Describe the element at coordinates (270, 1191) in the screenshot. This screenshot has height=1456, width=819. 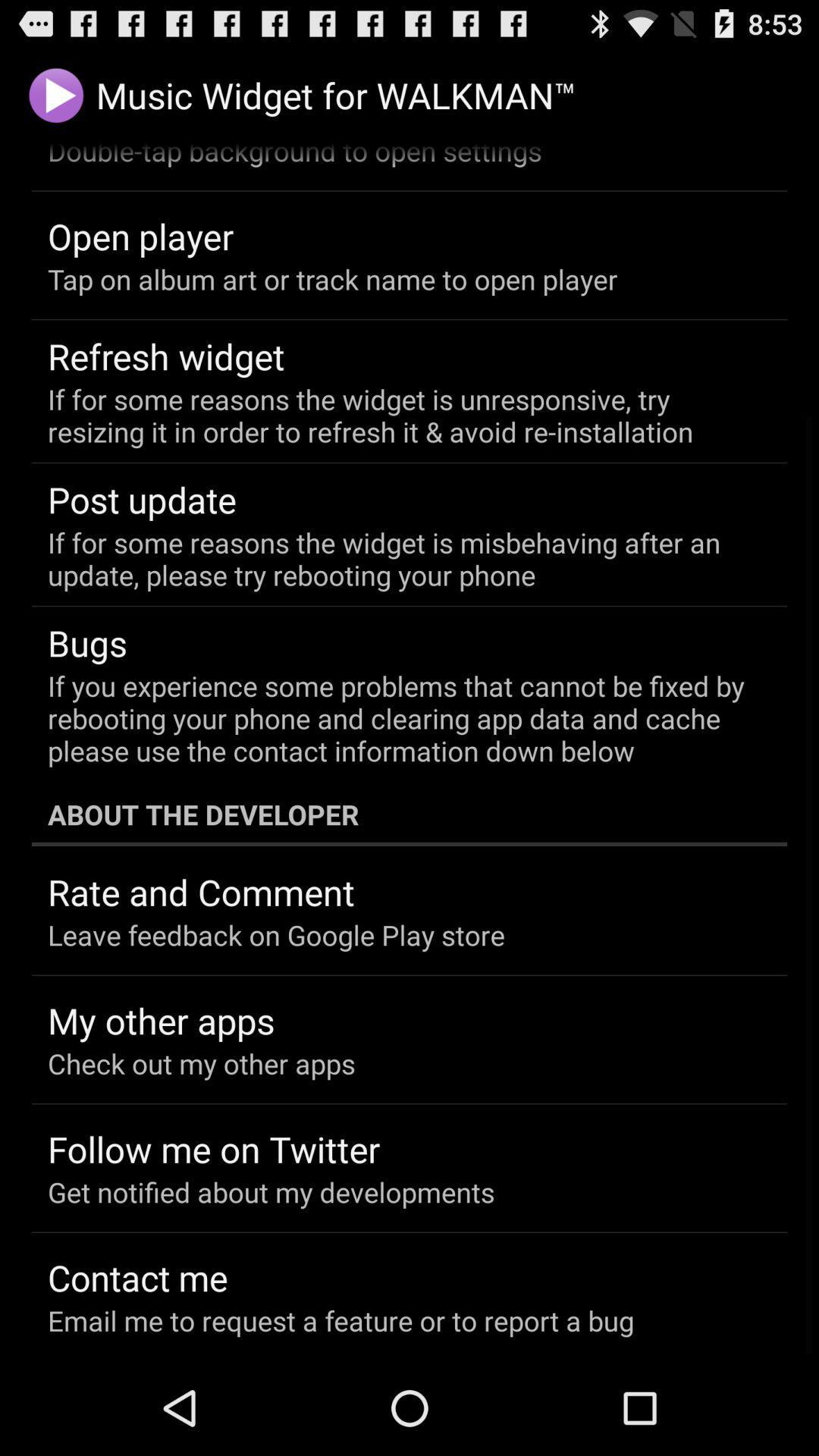
I see `the get notified about icon` at that location.